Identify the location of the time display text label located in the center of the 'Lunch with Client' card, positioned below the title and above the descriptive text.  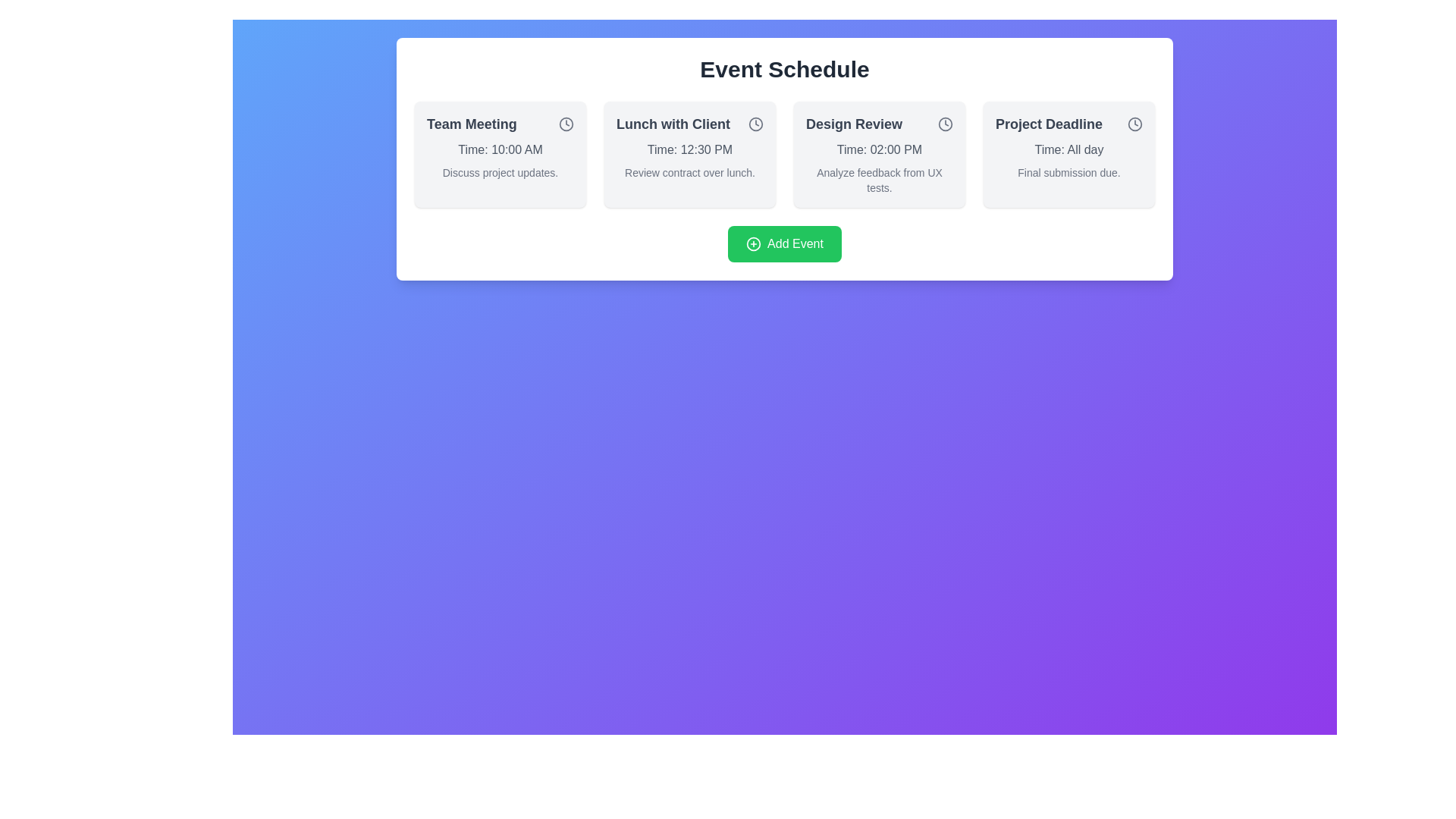
(689, 149).